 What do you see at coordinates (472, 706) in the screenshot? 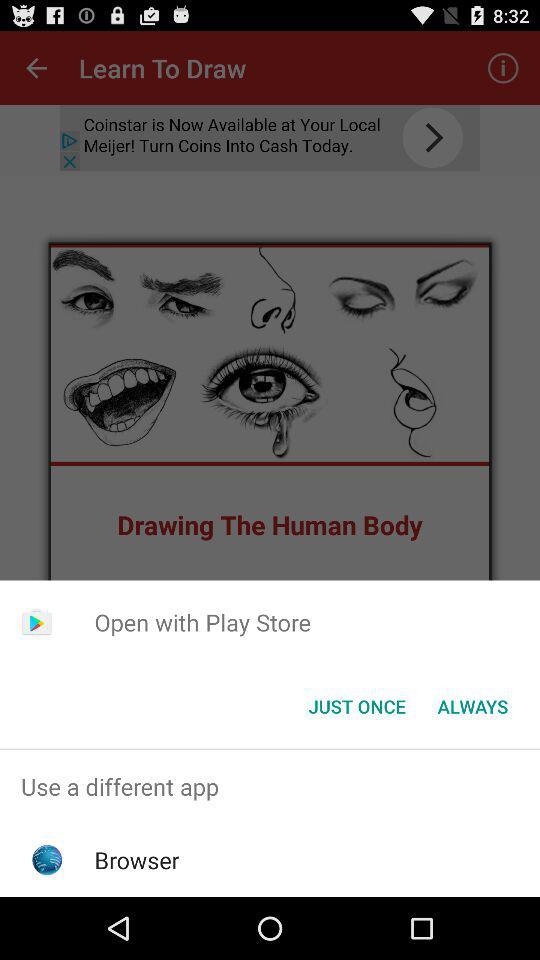
I see `always` at bounding box center [472, 706].